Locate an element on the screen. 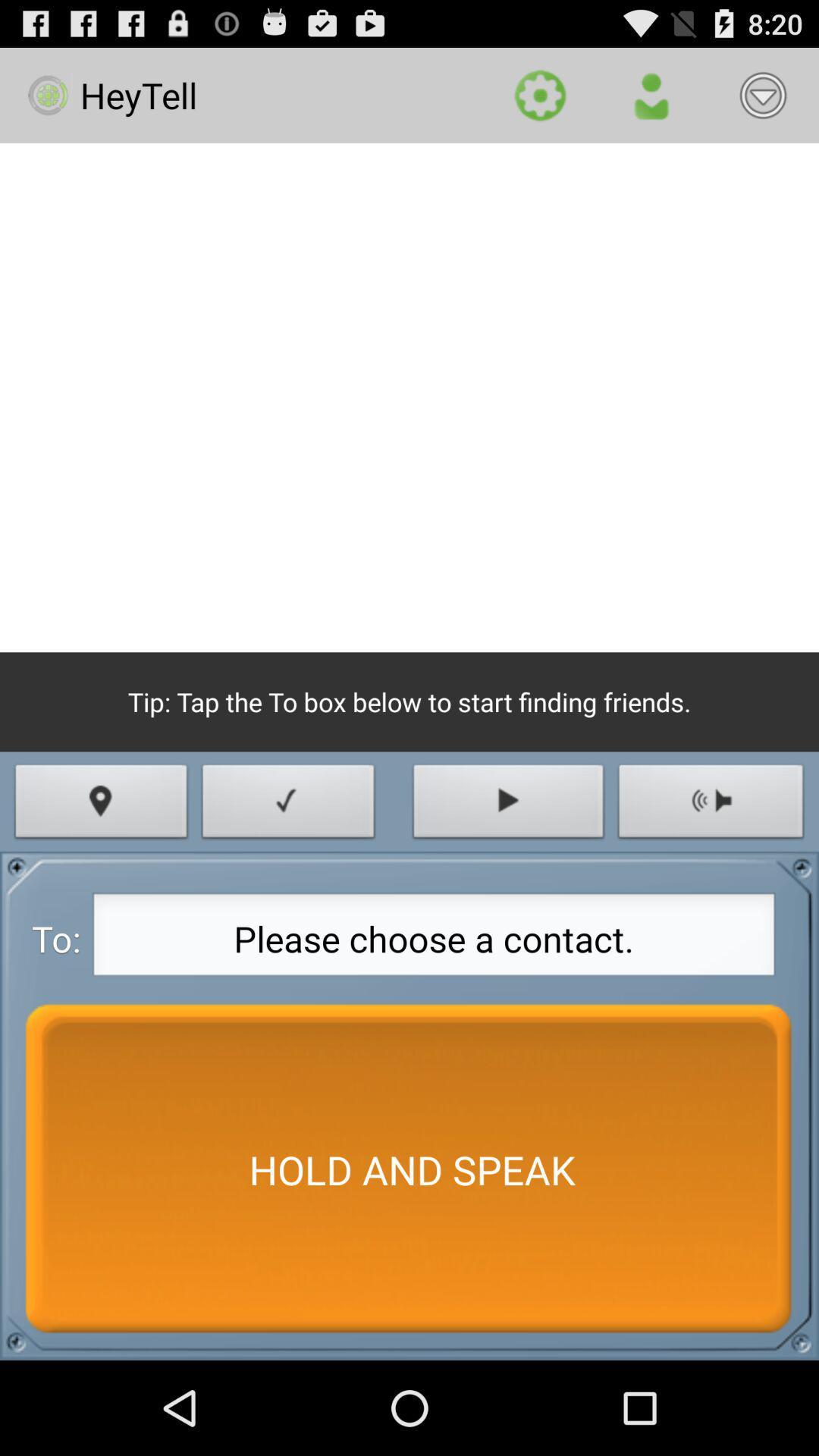 The height and width of the screenshot is (1456, 819). icon above the please choose a icon is located at coordinates (711, 805).